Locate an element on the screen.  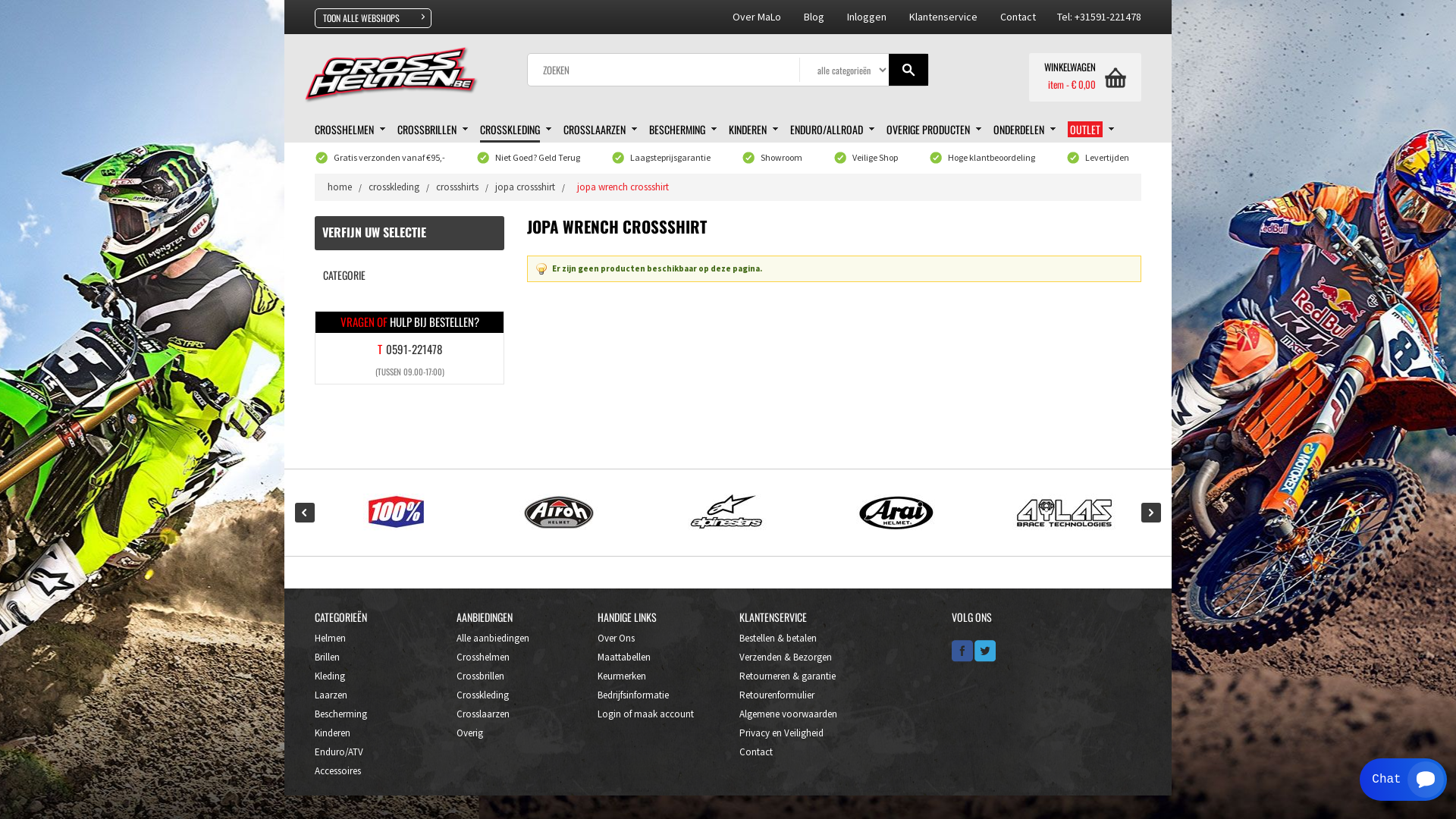
'OUTLET' is located at coordinates (1090, 128).